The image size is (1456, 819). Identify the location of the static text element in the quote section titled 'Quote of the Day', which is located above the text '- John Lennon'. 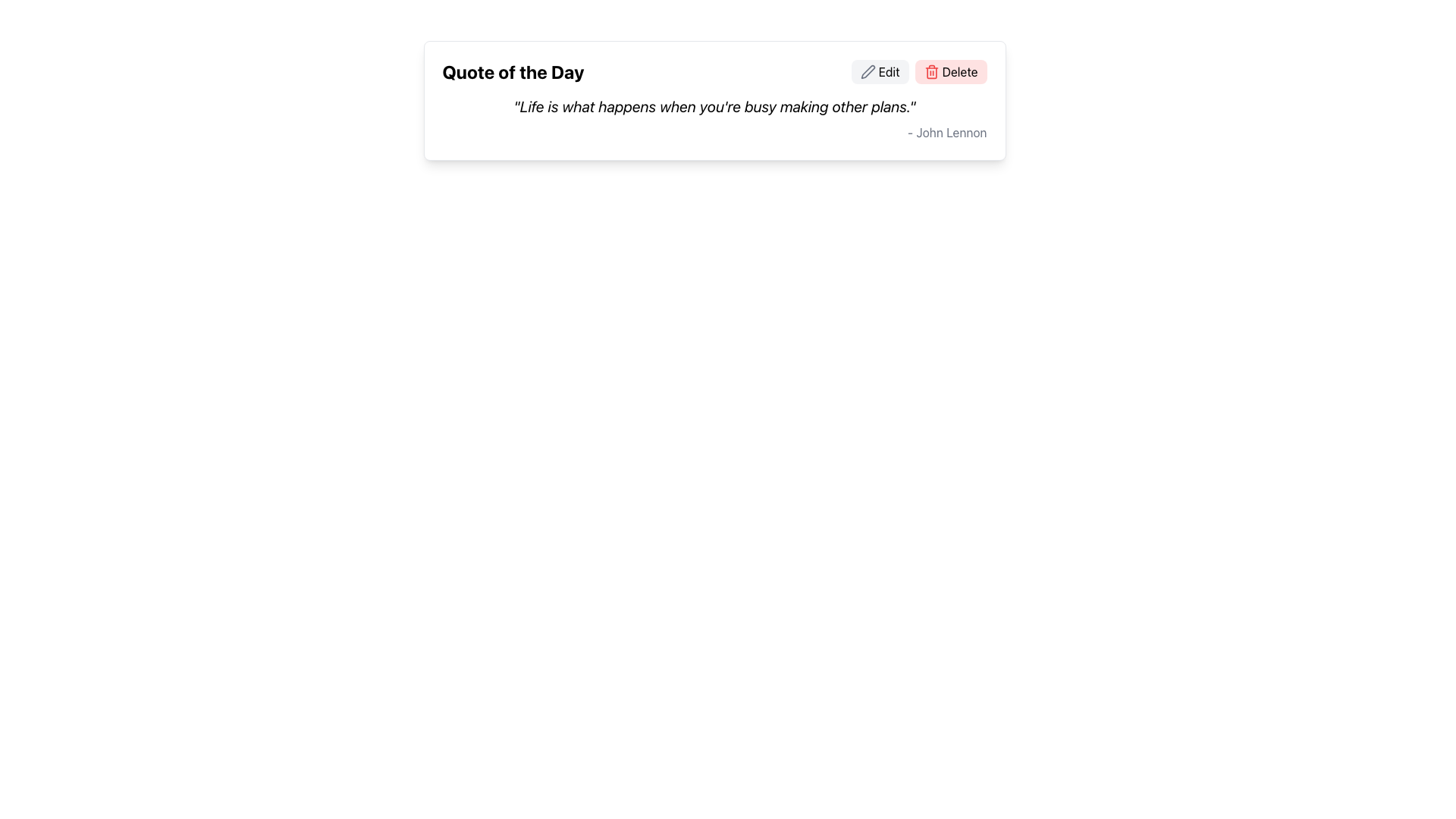
(714, 106).